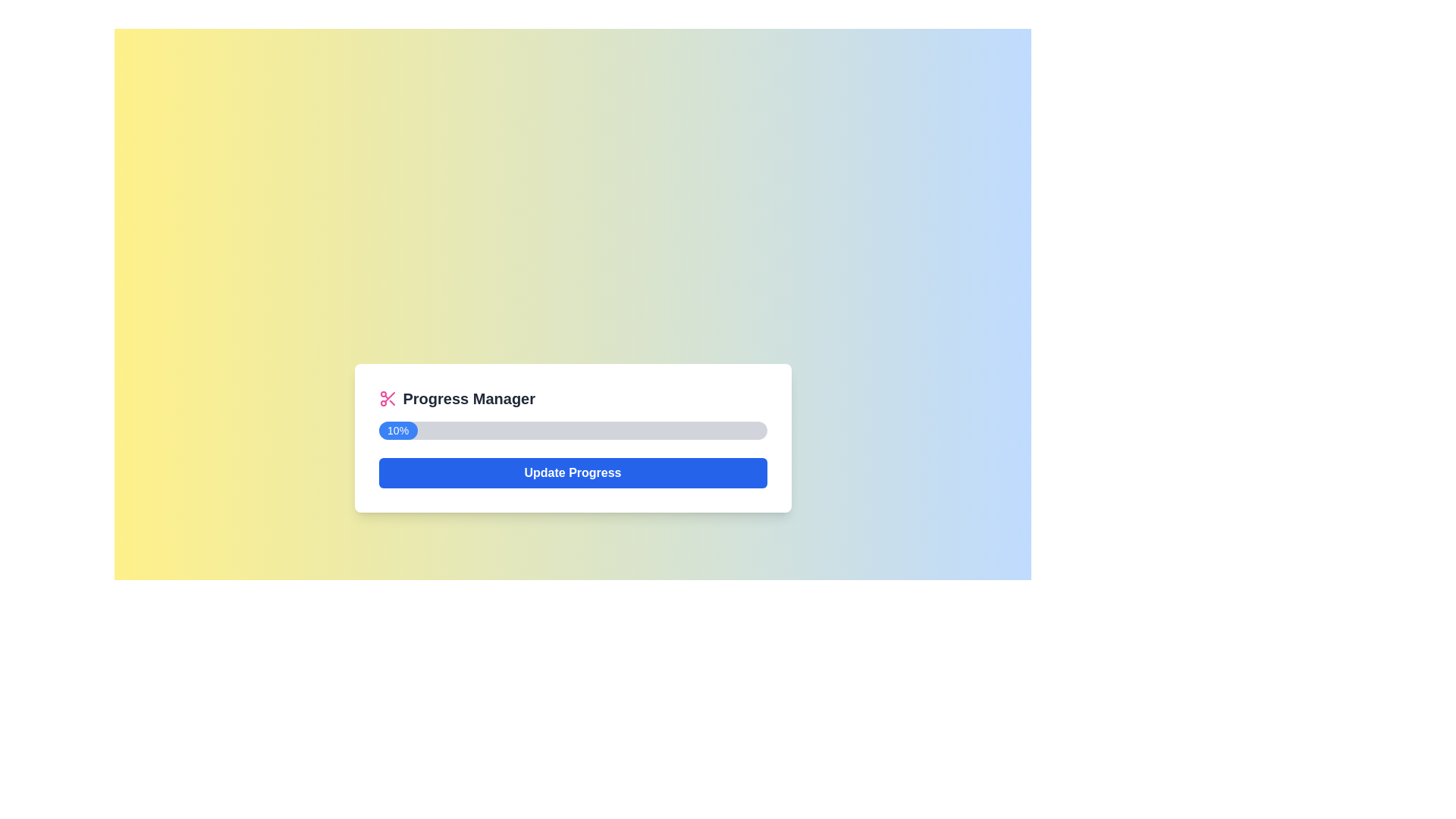 Image resolution: width=1456 pixels, height=819 pixels. What do you see at coordinates (398, 430) in the screenshot?
I see `the progress indicator that visually represents 10% completion within the progress bar, located below the 'Progress Manager' label and above the 'Update Progress' button` at bounding box center [398, 430].